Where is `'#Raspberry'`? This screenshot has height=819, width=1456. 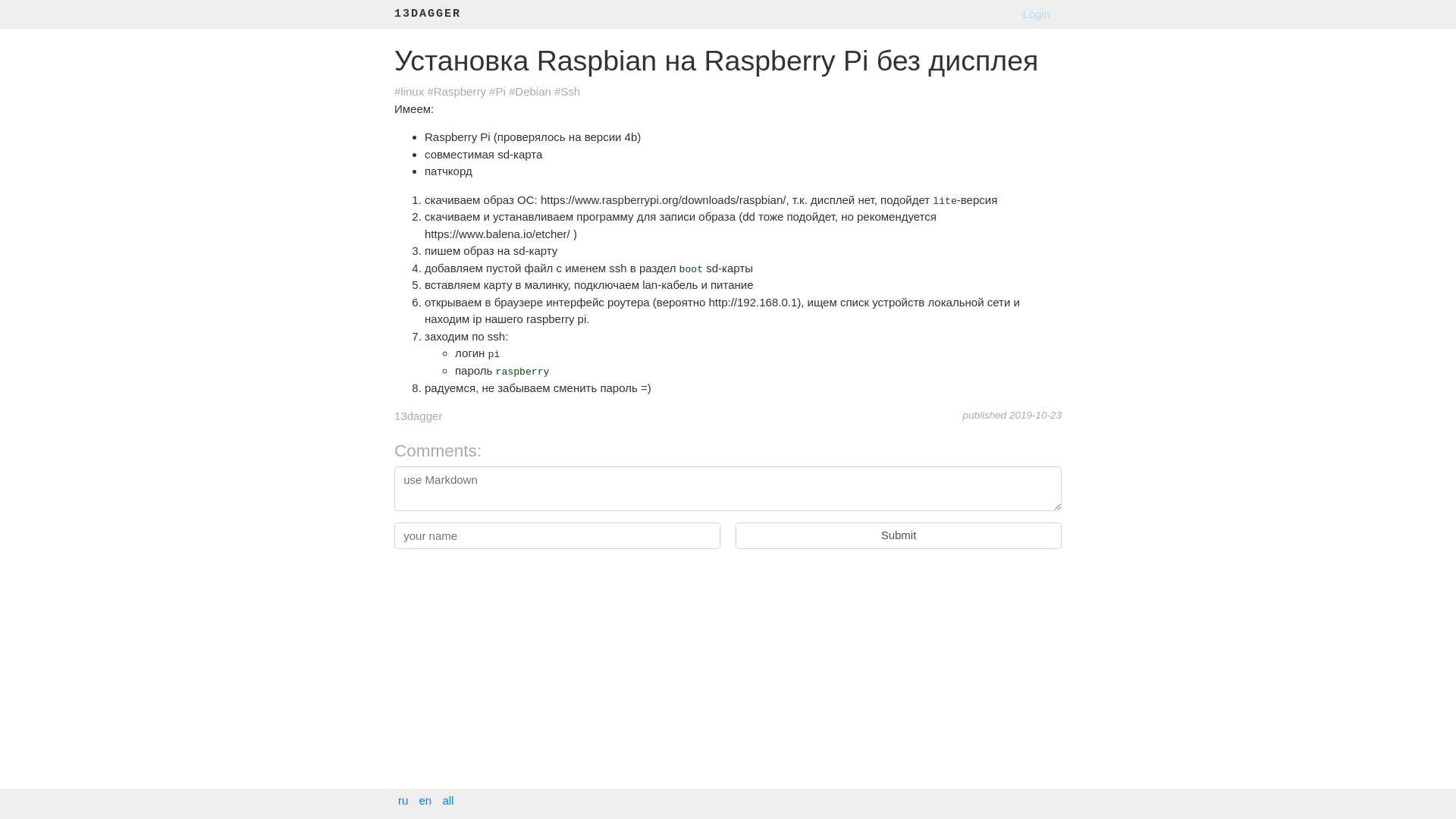 '#Raspberry' is located at coordinates (455, 91).